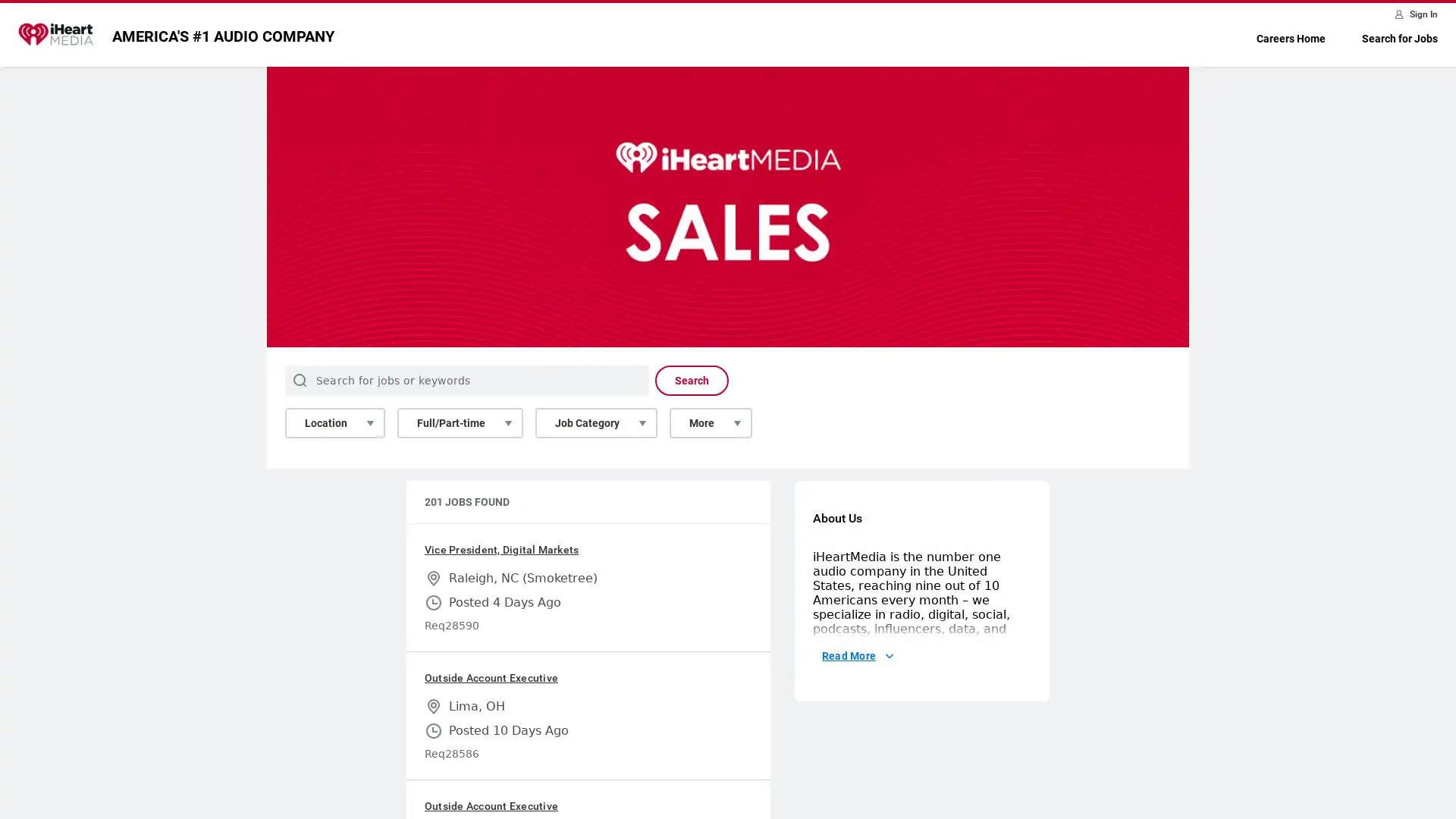 The width and height of the screenshot is (1456, 819). What do you see at coordinates (1414, 14) in the screenshot?
I see `Sign In` at bounding box center [1414, 14].